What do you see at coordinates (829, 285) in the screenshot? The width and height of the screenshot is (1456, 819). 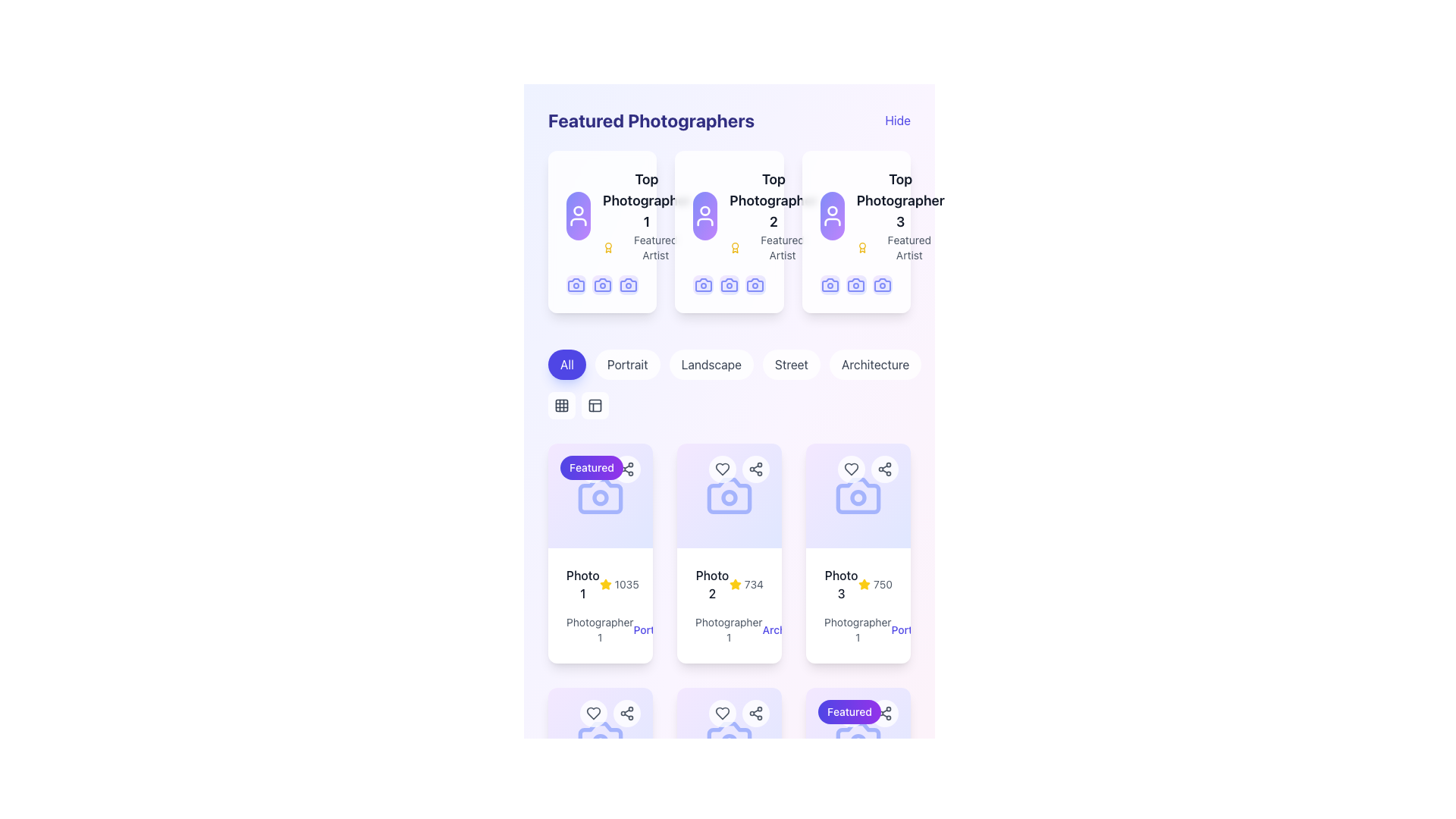 I see `the minimalist camera icon with a gradient background located in the lower middle section of the 'Top Photographer 3' card` at bounding box center [829, 285].